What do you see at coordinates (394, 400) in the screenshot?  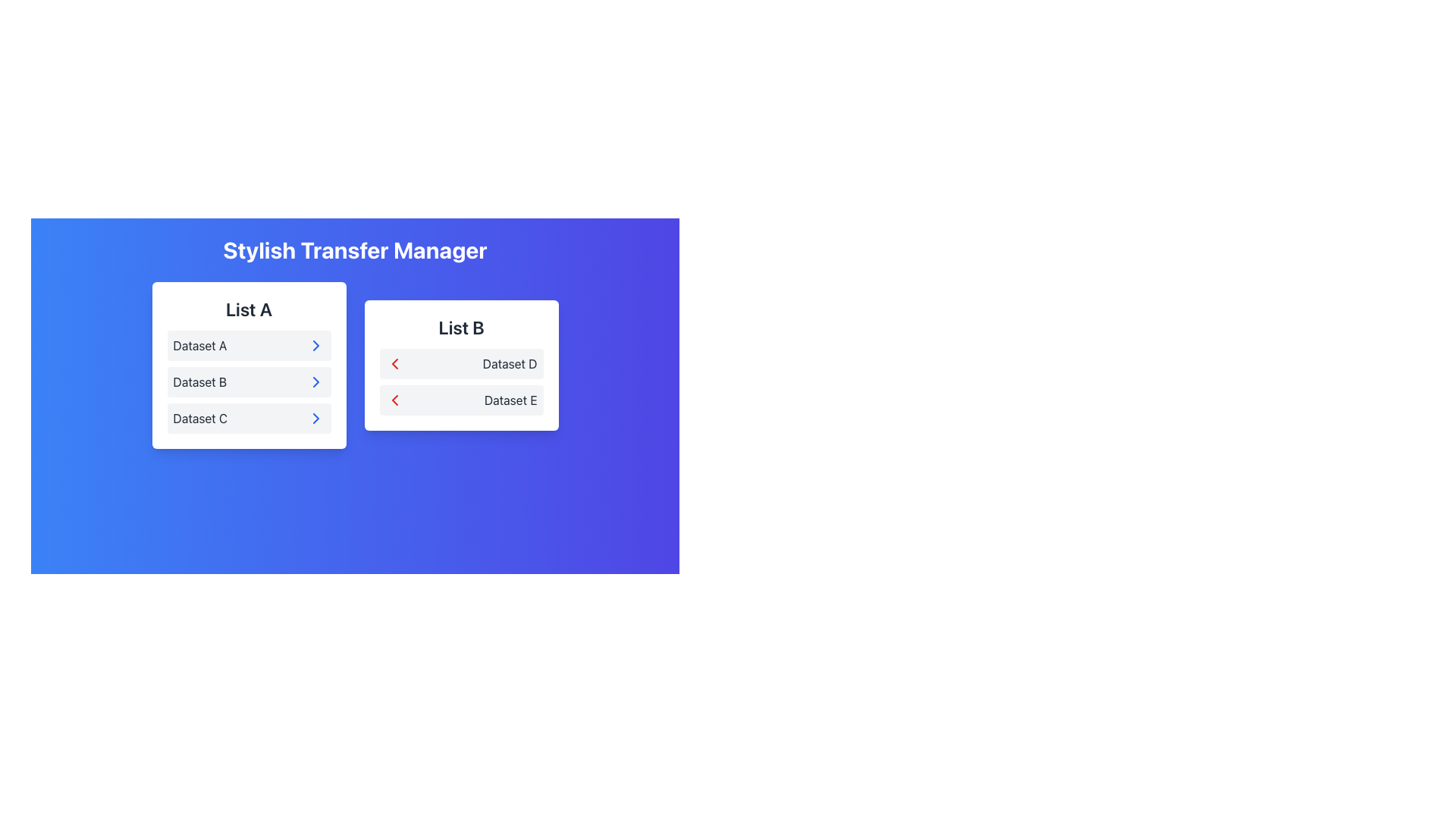 I see `the left chevron icon located in the top-left corner of the 'List B' box` at bounding box center [394, 400].